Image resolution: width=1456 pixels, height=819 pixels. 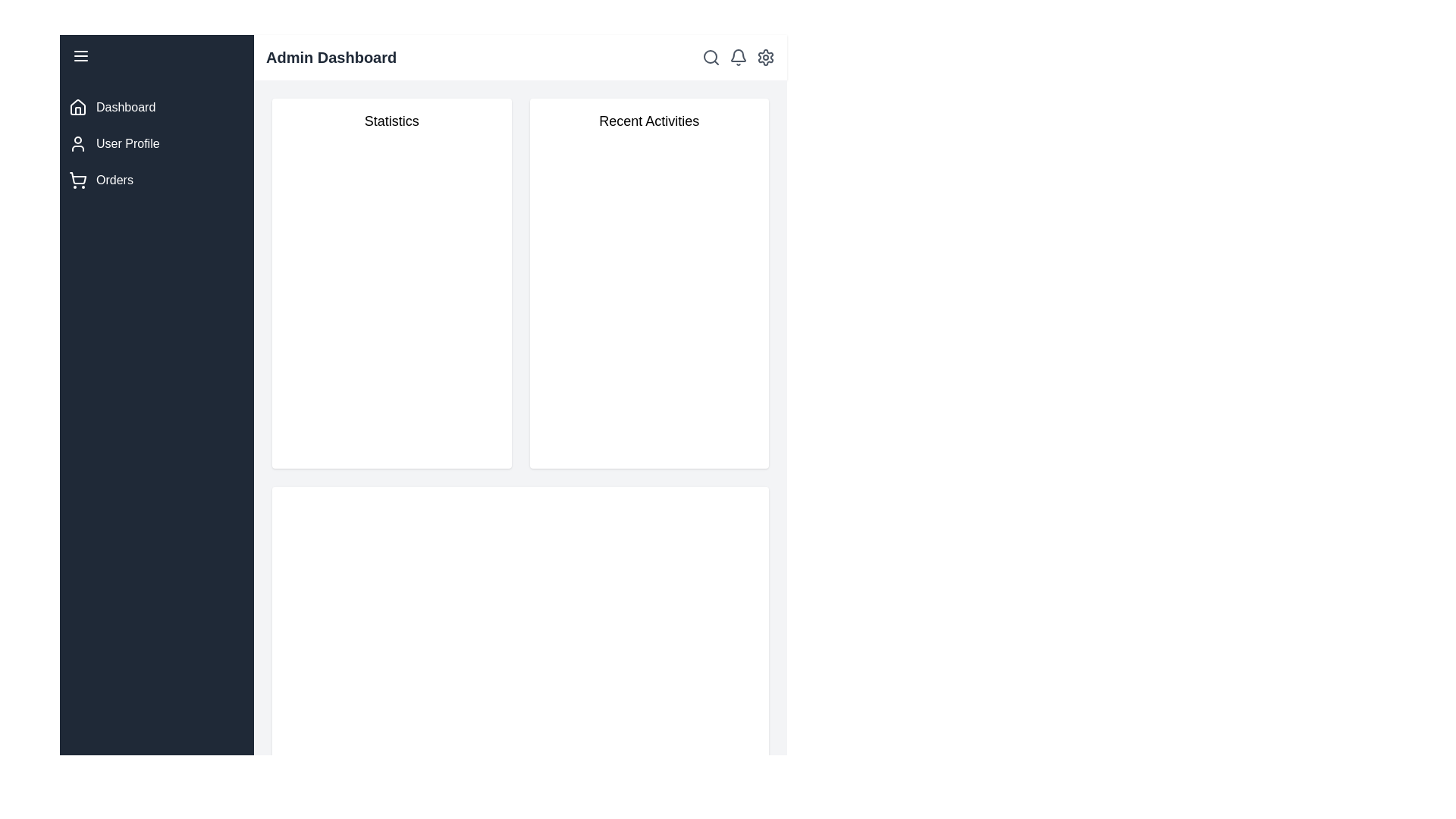 I want to click on the shopping cart icon located in the left navigational sidebar, positioned between the 'User Profile' icon and the 'Orders' label, so click(x=77, y=177).